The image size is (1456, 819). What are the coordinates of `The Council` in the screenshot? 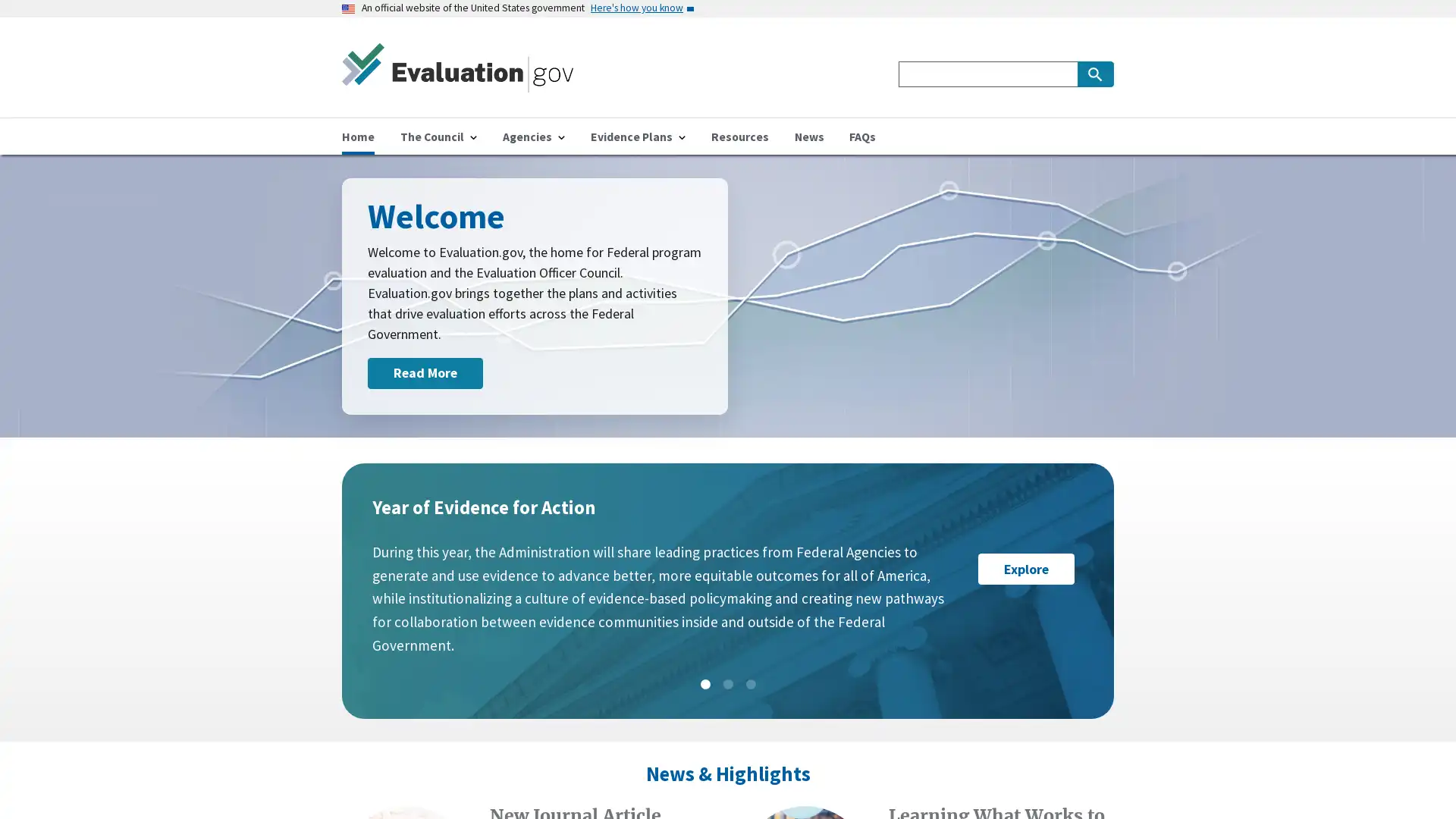 It's located at (438, 136).